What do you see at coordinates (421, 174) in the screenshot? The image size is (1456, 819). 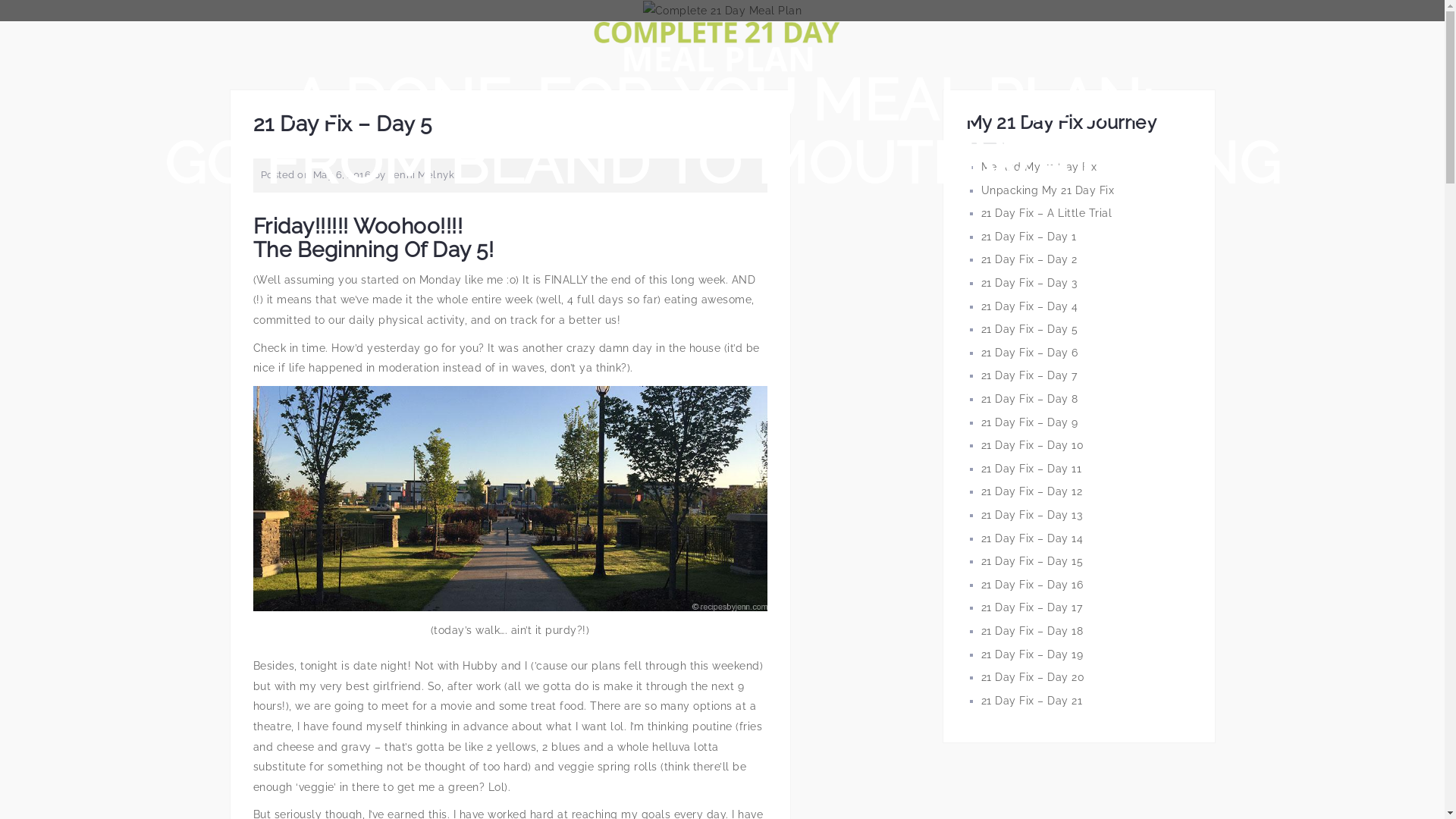 I see `'Jenni Melnyk'` at bounding box center [421, 174].